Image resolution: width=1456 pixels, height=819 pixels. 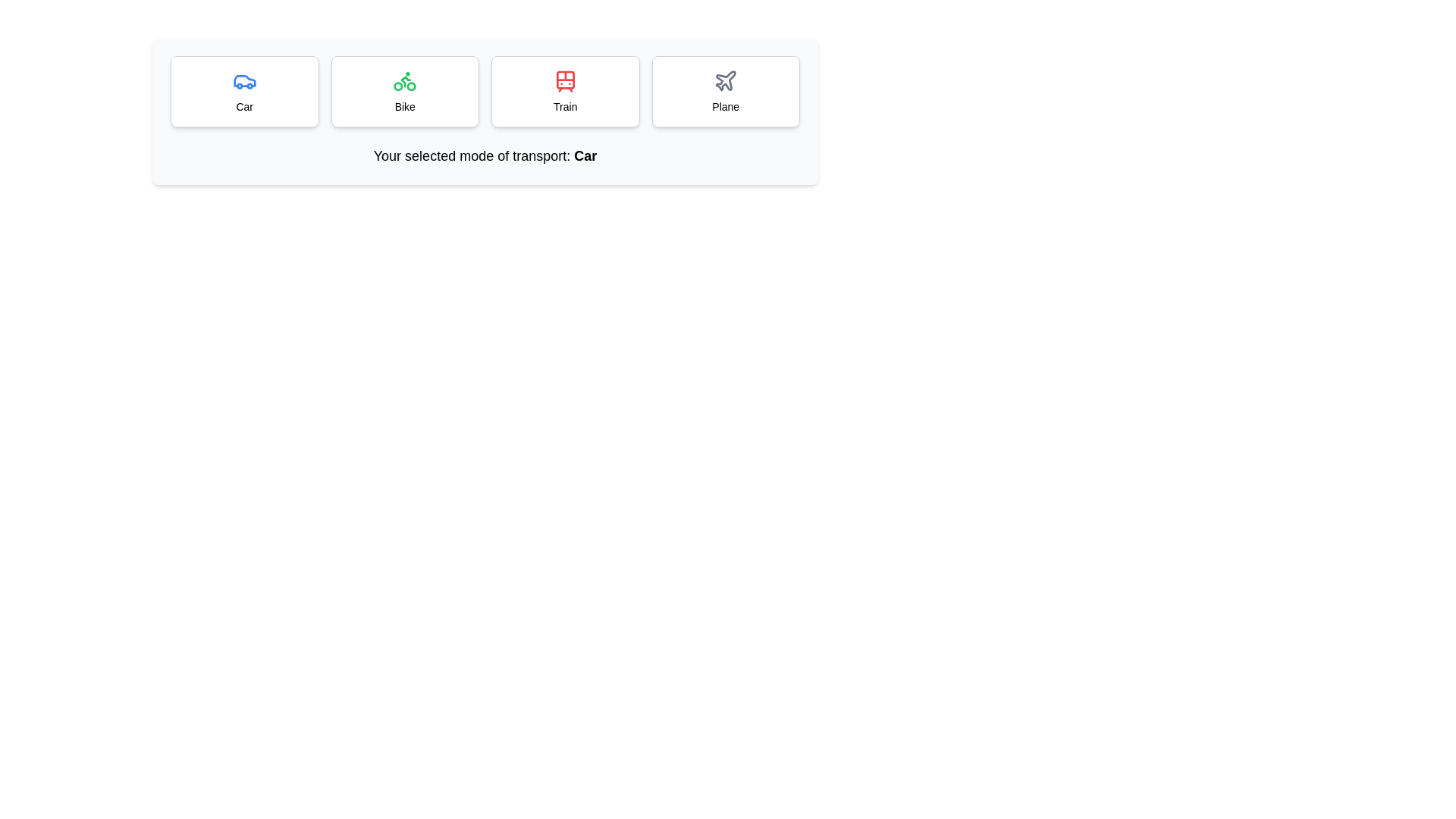 I want to click on the interactive card labeled 'Train' which features a red train icon and is the third card in a row of four, so click(x=564, y=91).